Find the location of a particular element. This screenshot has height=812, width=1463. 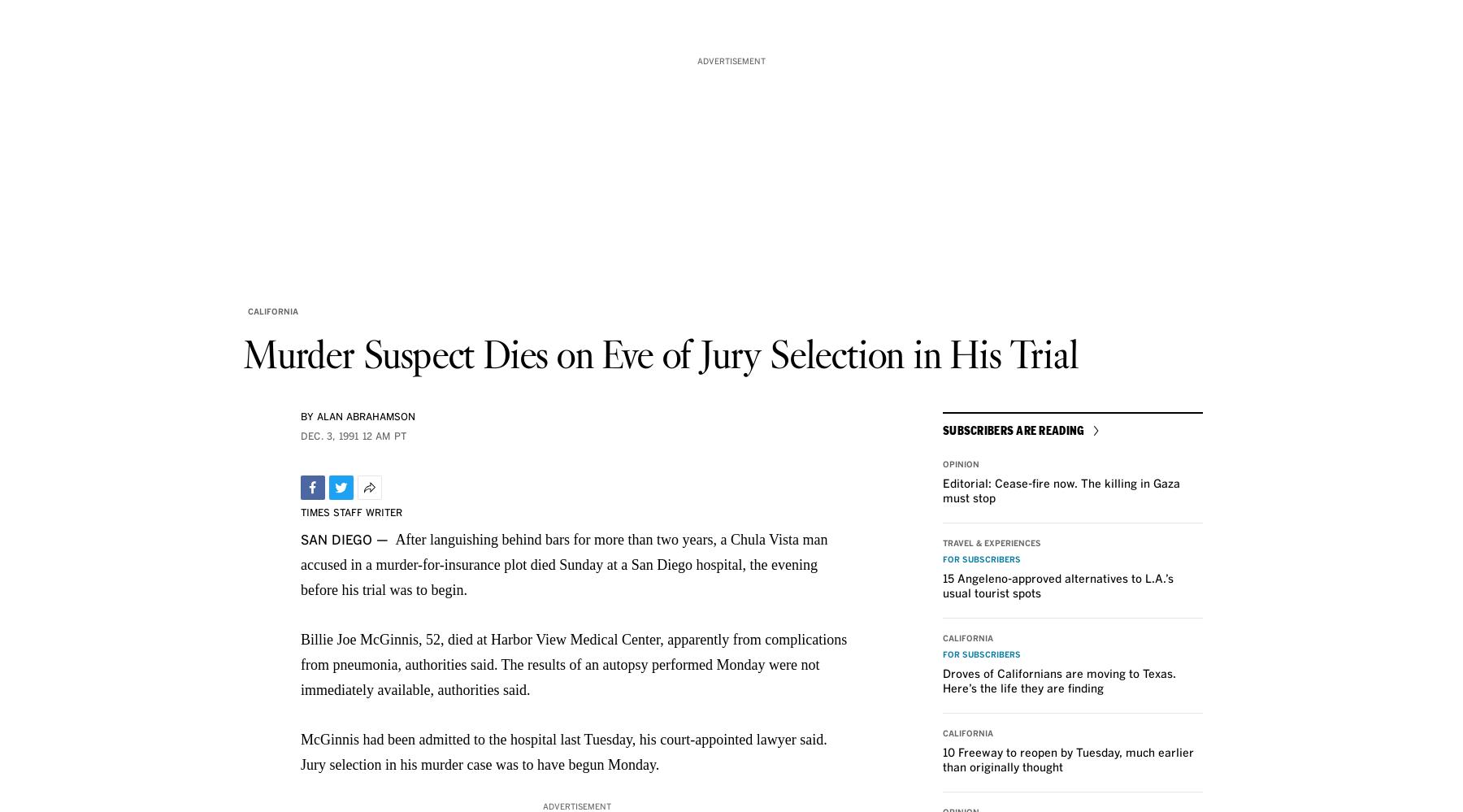

'McGinnis had been admitted to the hospital last Tuesday, his court-appointed lawyer said. Jury selection in his murder case was to have begun Monday.' is located at coordinates (562, 752).